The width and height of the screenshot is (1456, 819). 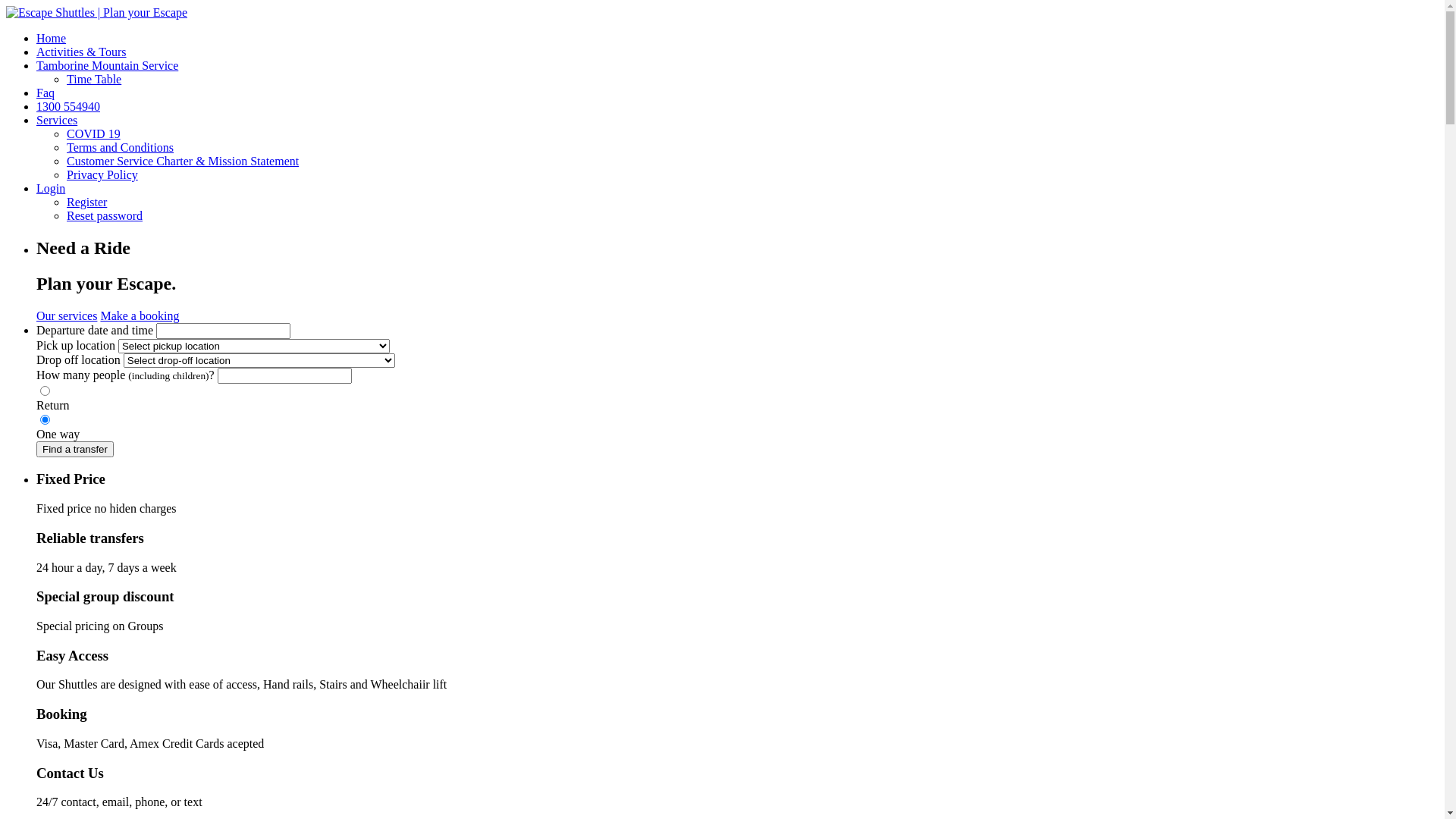 What do you see at coordinates (96, 12) in the screenshot?
I see `'Escape Shuttles | Plan your Escape'` at bounding box center [96, 12].